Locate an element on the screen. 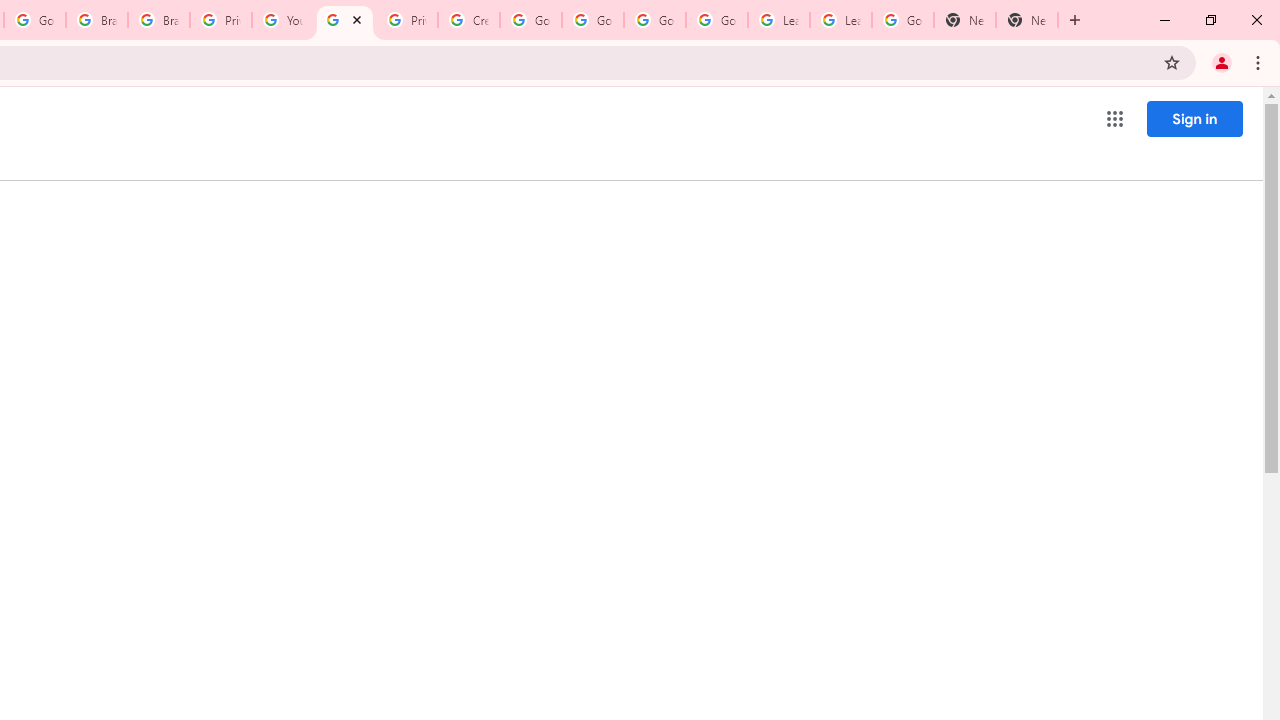 The image size is (1280, 720). 'Create your Google Account' is located at coordinates (468, 20).